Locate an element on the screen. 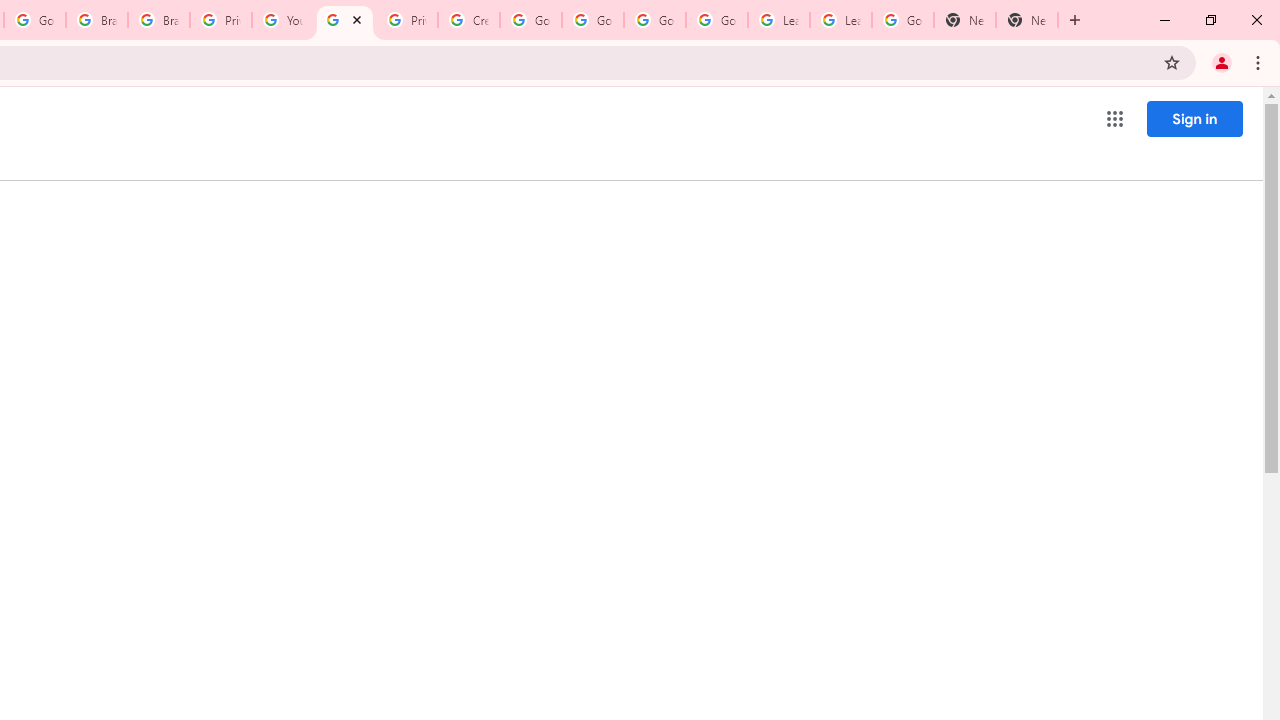 The image size is (1280, 720). 'Create your Google Account' is located at coordinates (468, 20).